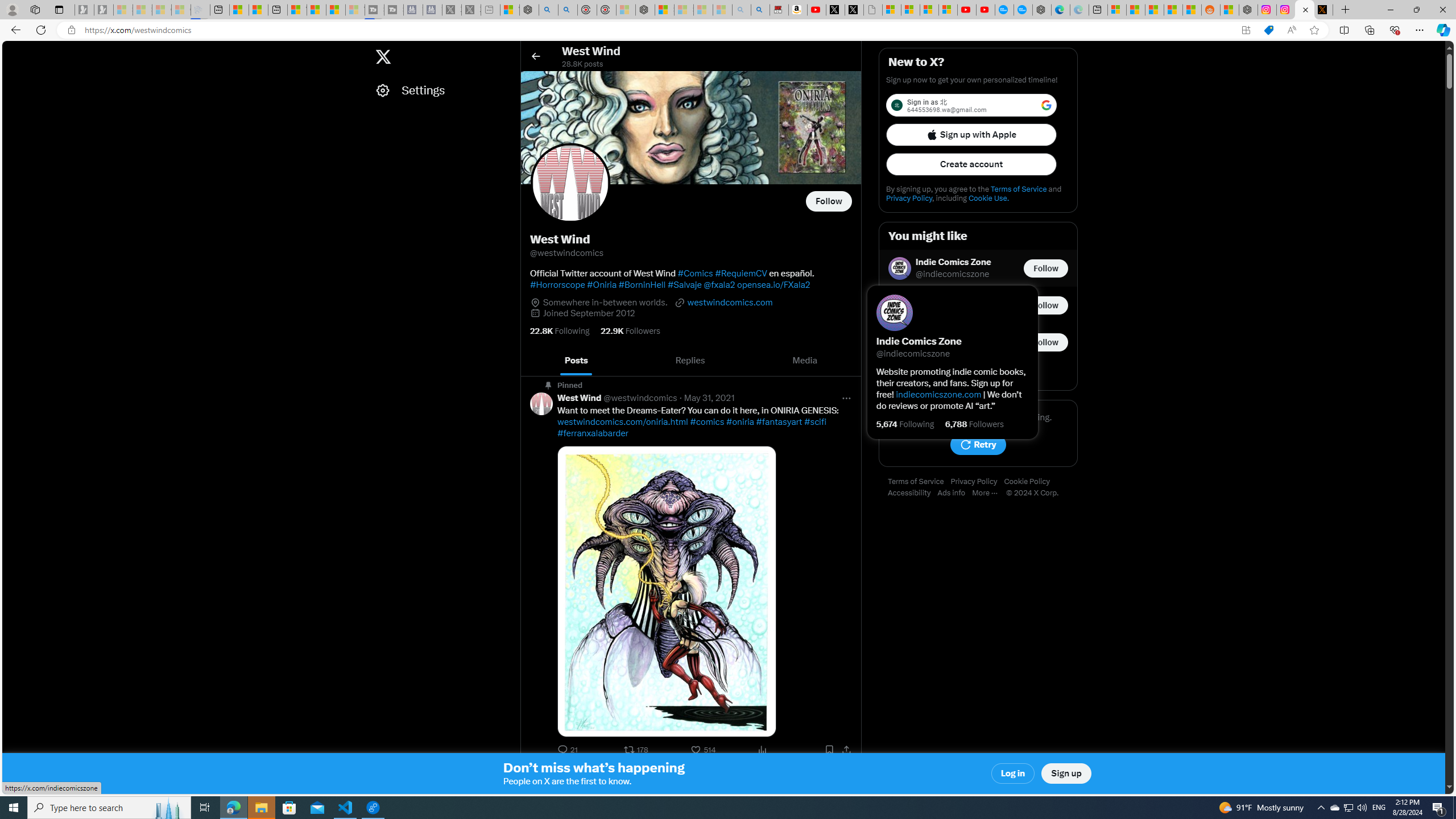  Describe the element at coordinates (570, 183) in the screenshot. I see `'Opens profile photo'` at that location.